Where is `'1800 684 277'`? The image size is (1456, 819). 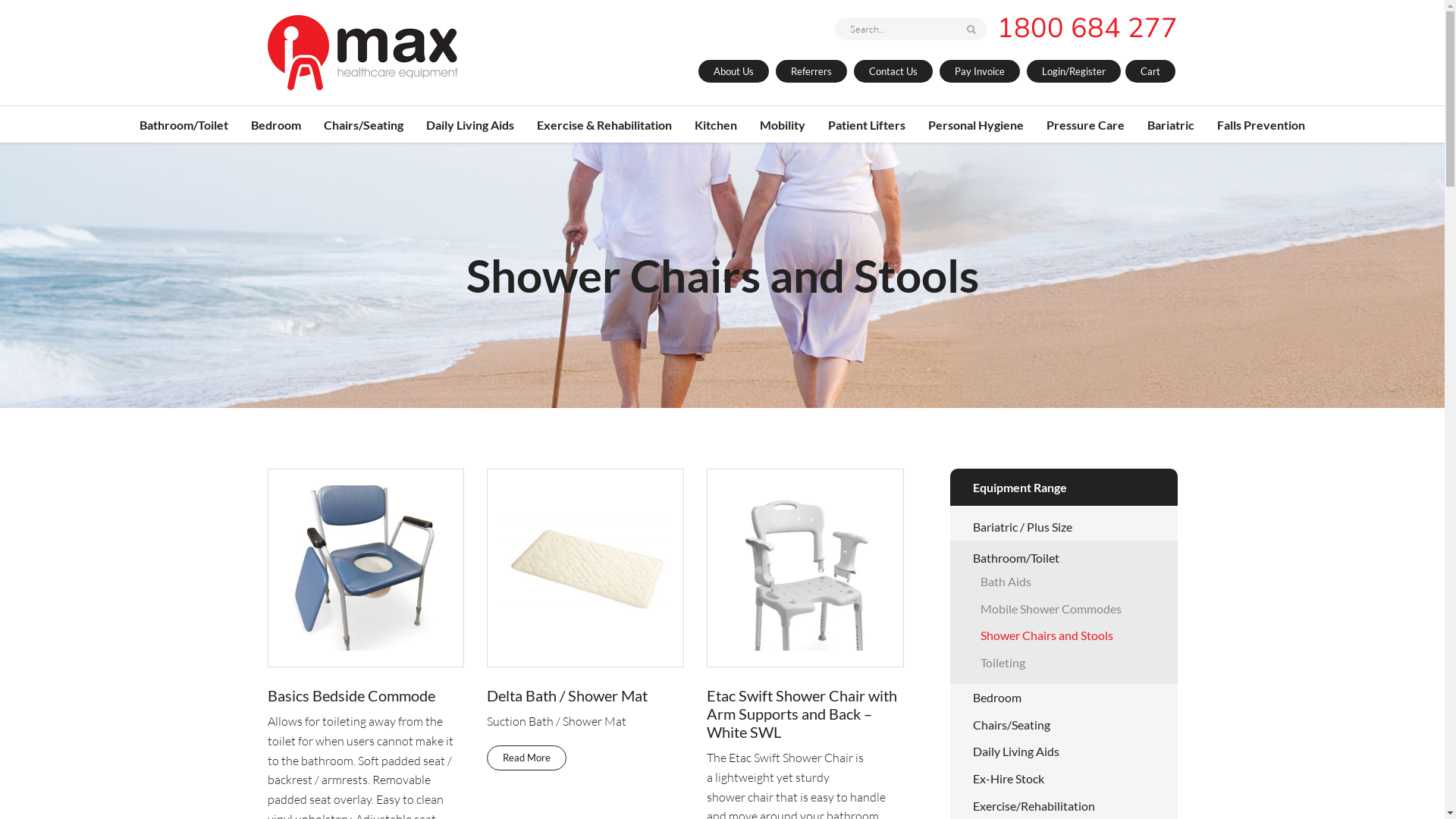
'1800 684 277' is located at coordinates (996, 28).